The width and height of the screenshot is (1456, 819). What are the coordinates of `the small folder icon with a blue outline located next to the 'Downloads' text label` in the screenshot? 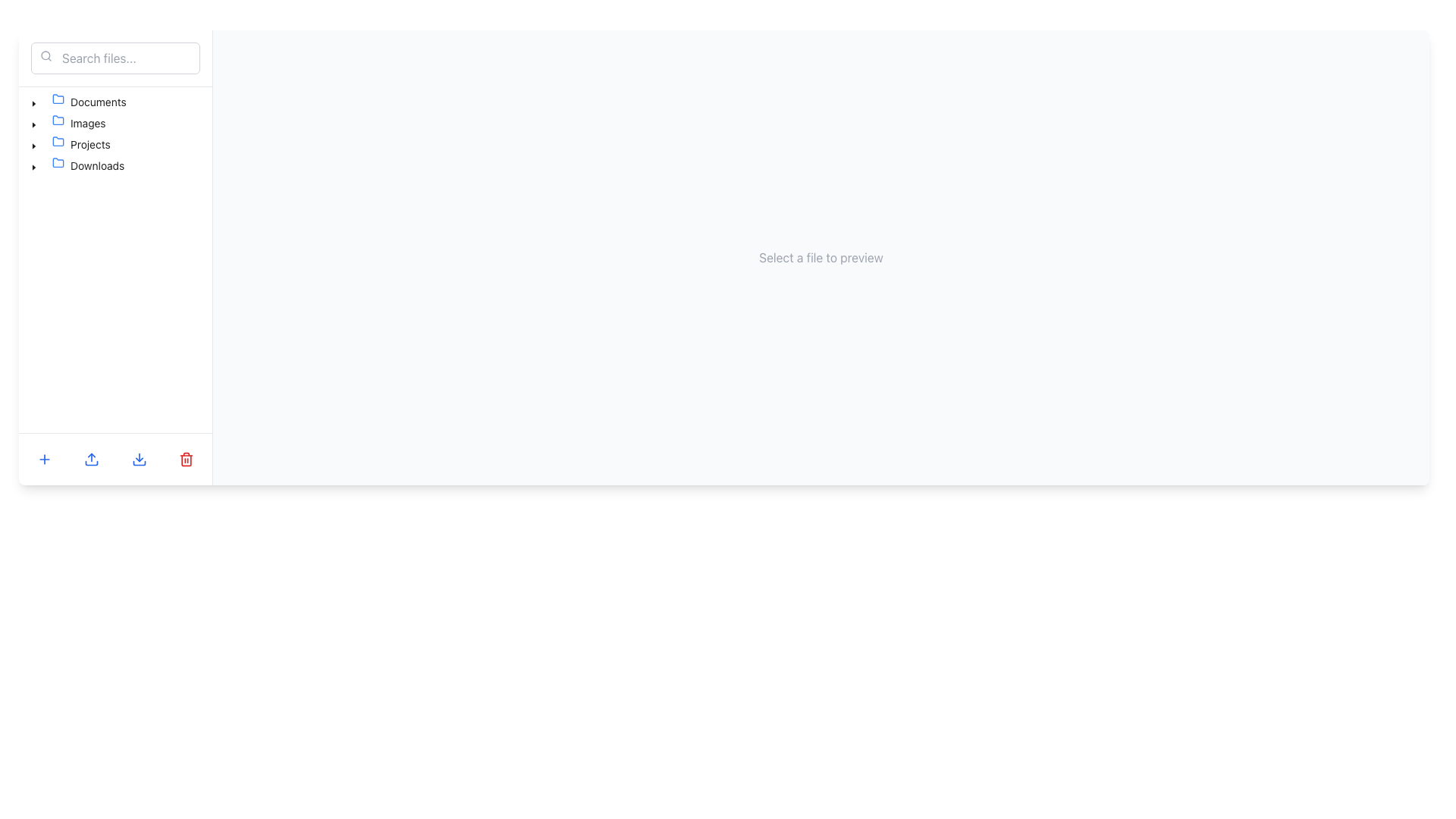 It's located at (58, 163).